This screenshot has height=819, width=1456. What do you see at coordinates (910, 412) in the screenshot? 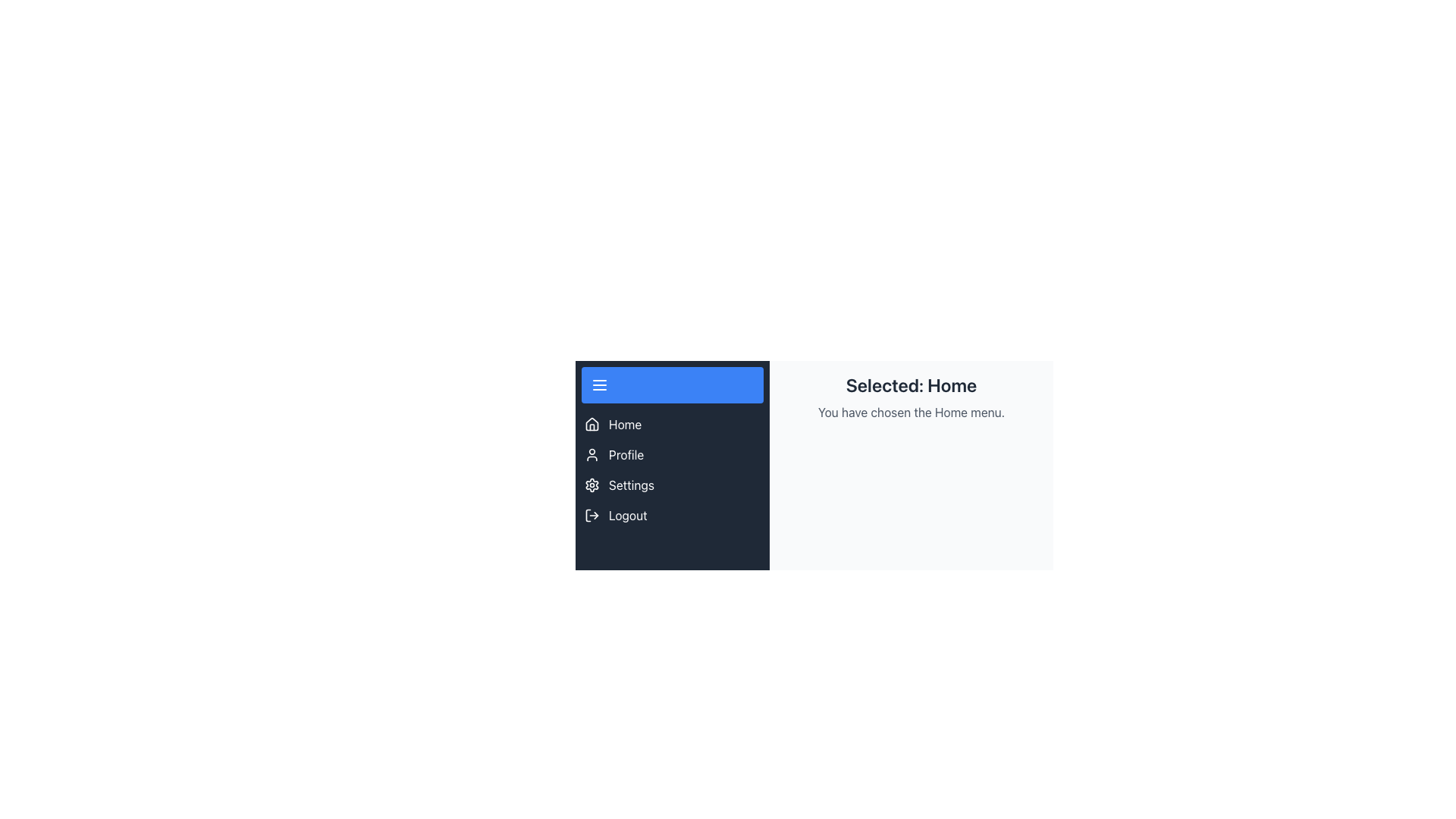
I see `message displayed in the Text Label that indicates the user's current selection within the menu interface, positioned below 'Selected: Home'` at bounding box center [910, 412].